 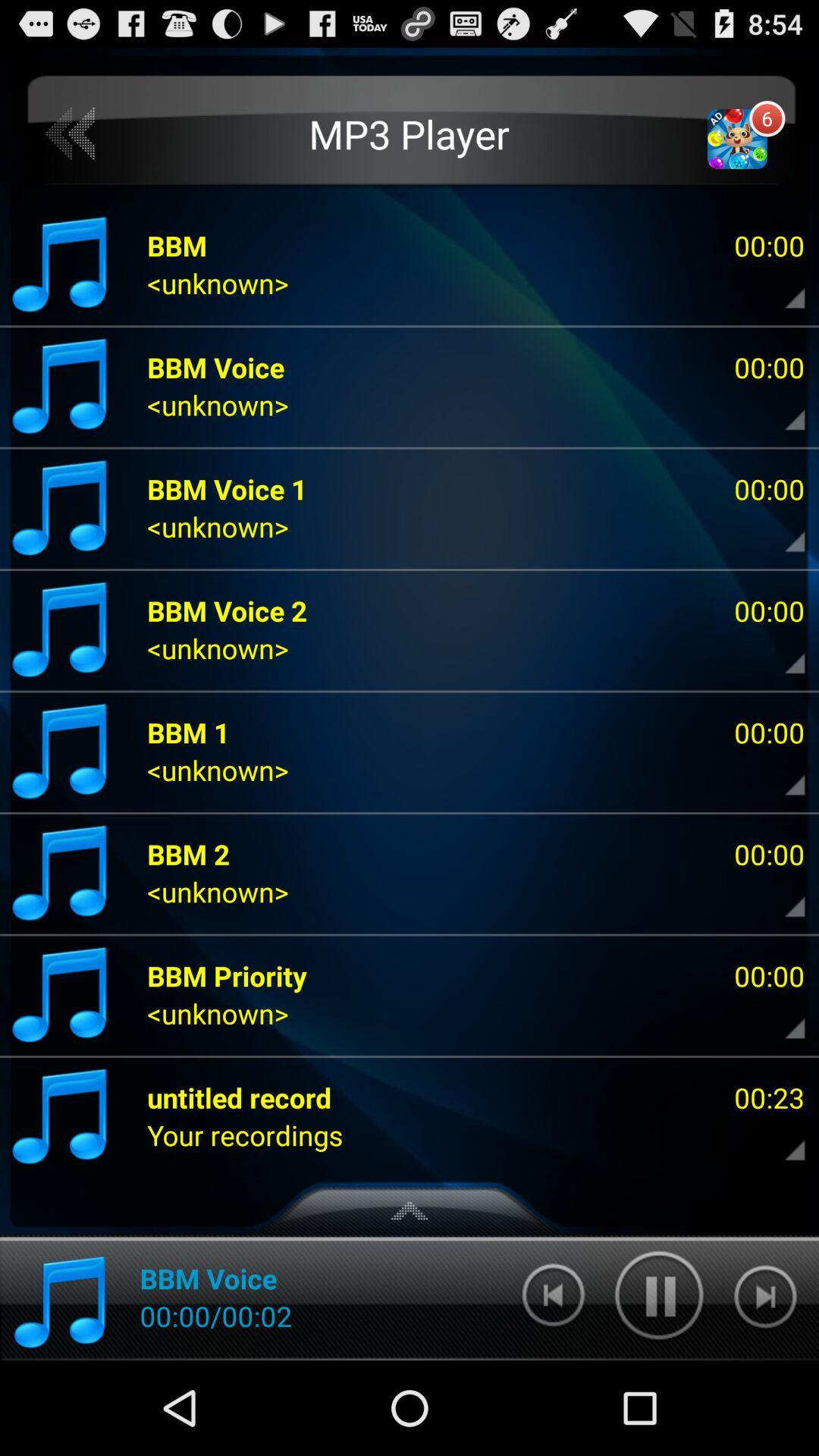 I want to click on item to the left of the mp3 player app, so click(x=71, y=134).